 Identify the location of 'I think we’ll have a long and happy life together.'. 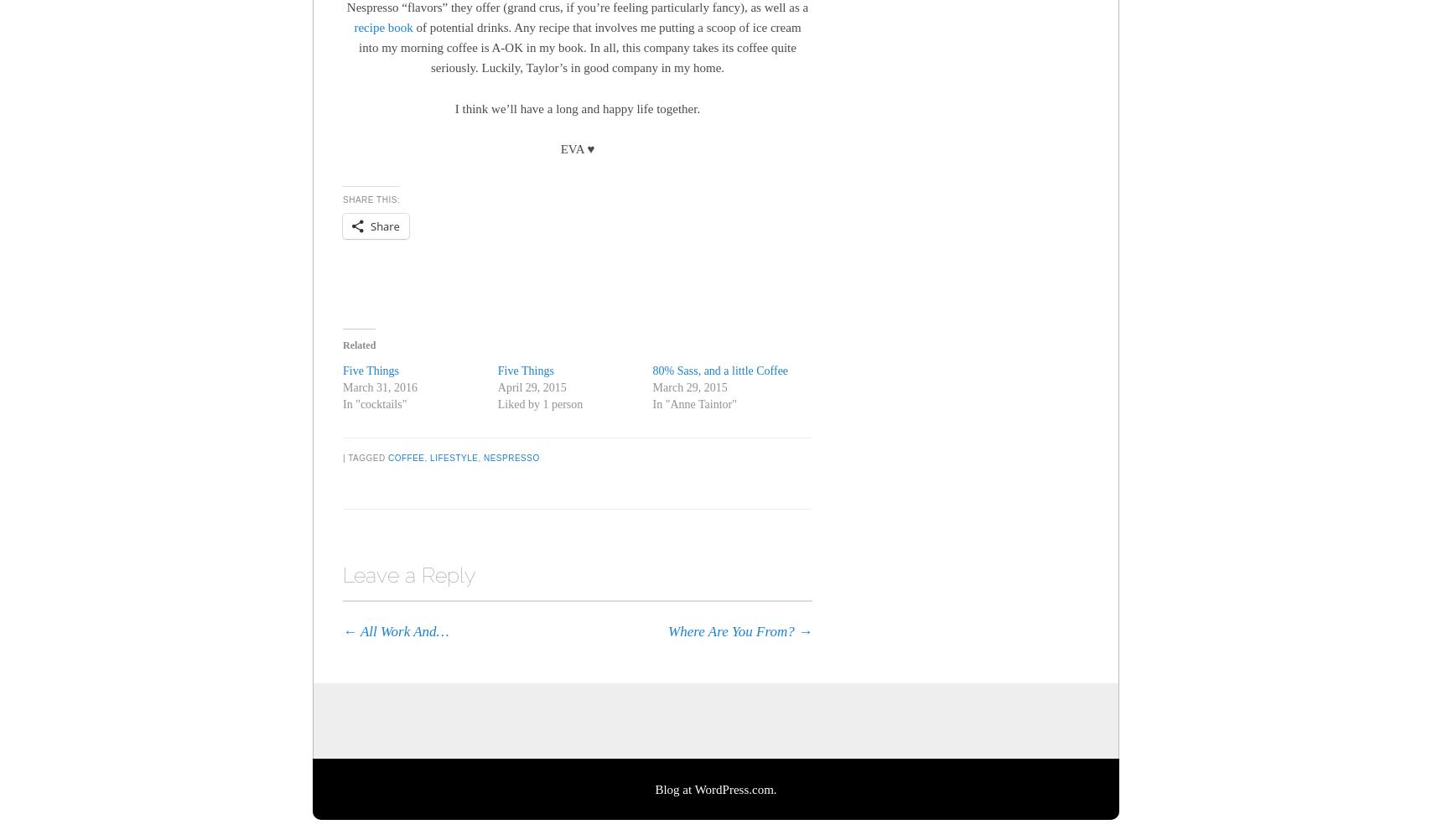
(454, 106).